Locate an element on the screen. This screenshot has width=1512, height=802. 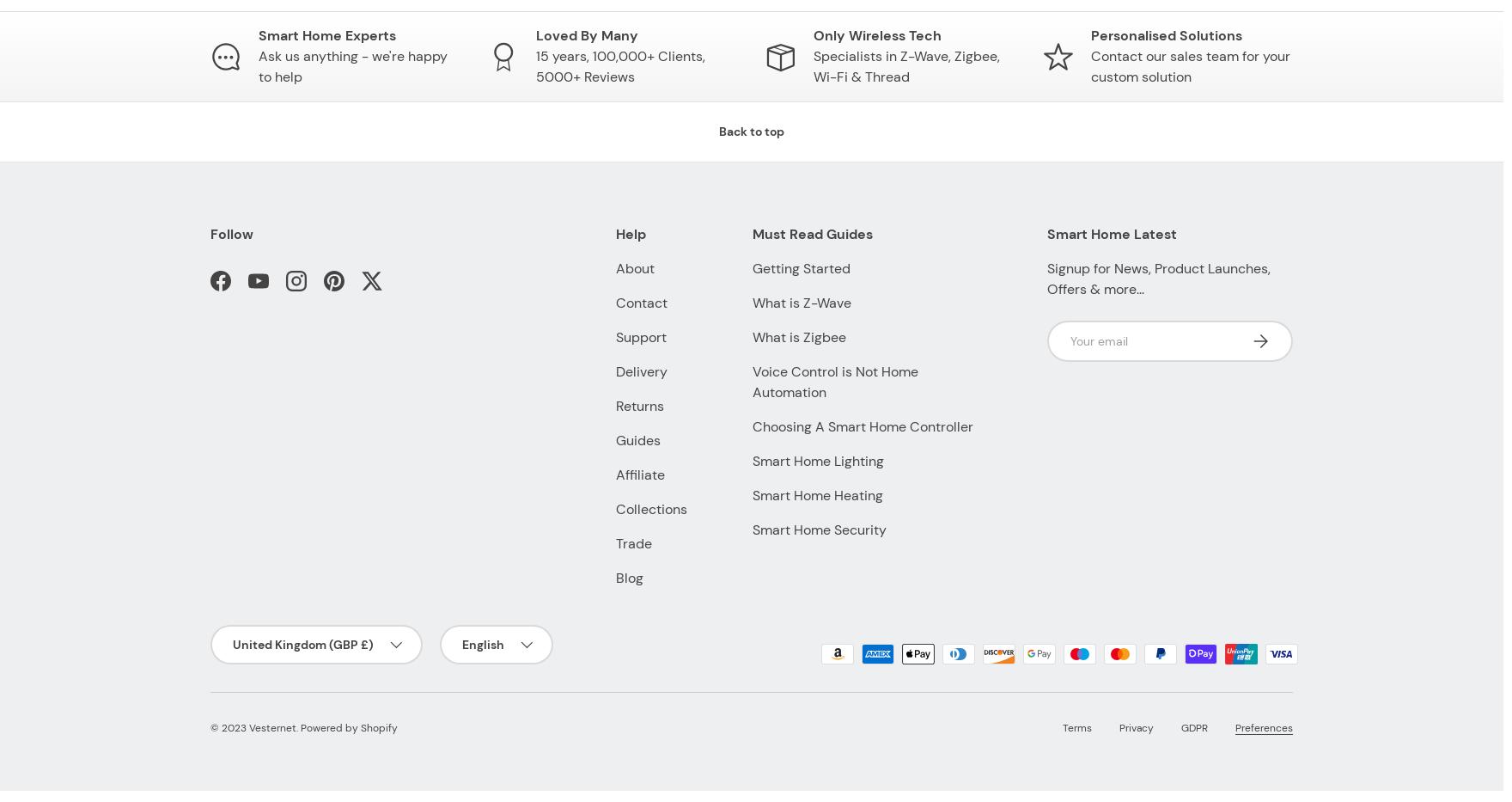
'Vesternet' is located at coordinates (271, 726).